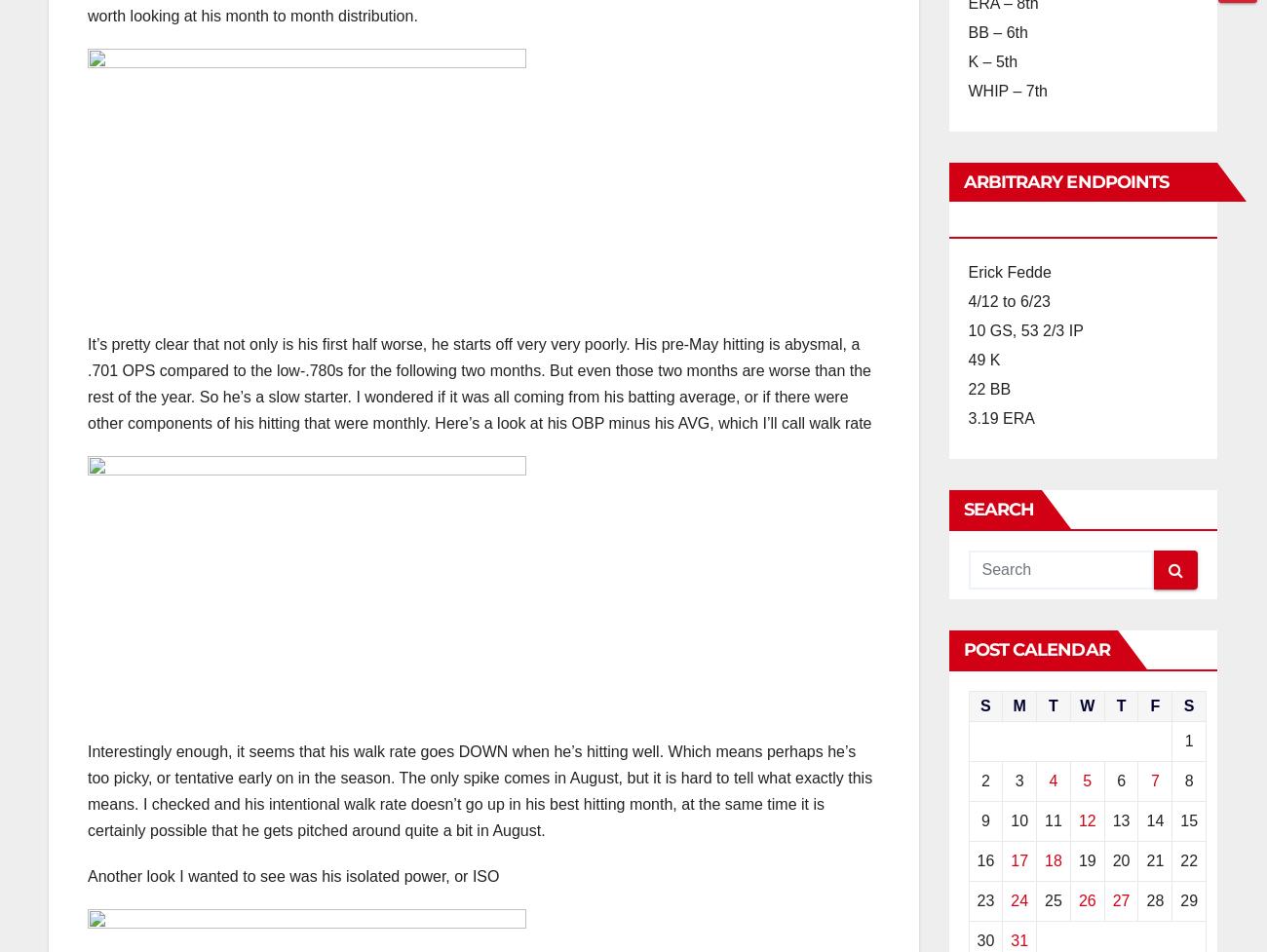 The width and height of the screenshot is (1267, 952). Describe the element at coordinates (1044, 899) in the screenshot. I see `'25'` at that location.